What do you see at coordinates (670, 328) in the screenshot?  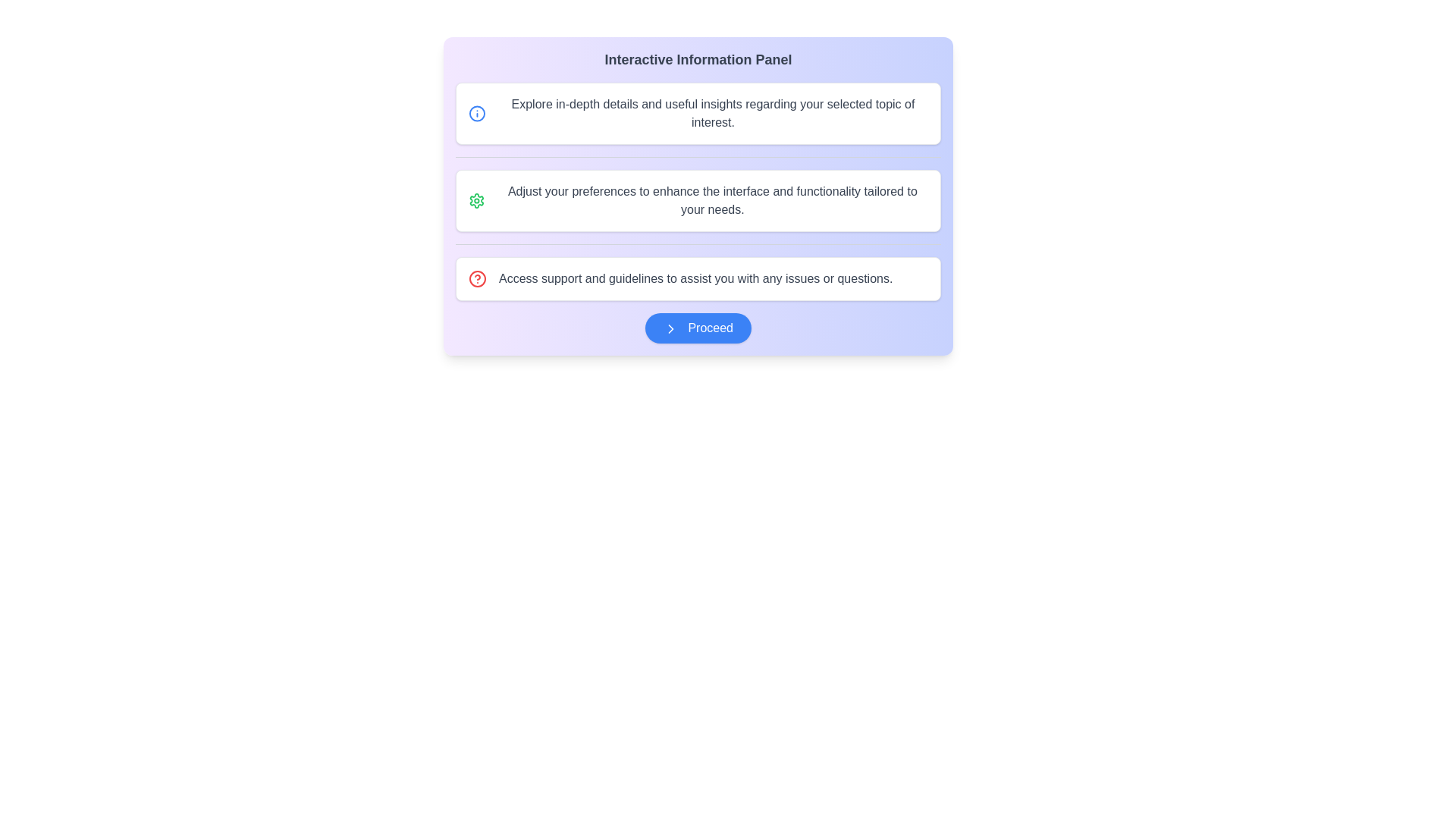 I see `the Decorative icon (chevron-right) located within the blue 'Proceed' button at the bottom center of the interface panel` at bounding box center [670, 328].